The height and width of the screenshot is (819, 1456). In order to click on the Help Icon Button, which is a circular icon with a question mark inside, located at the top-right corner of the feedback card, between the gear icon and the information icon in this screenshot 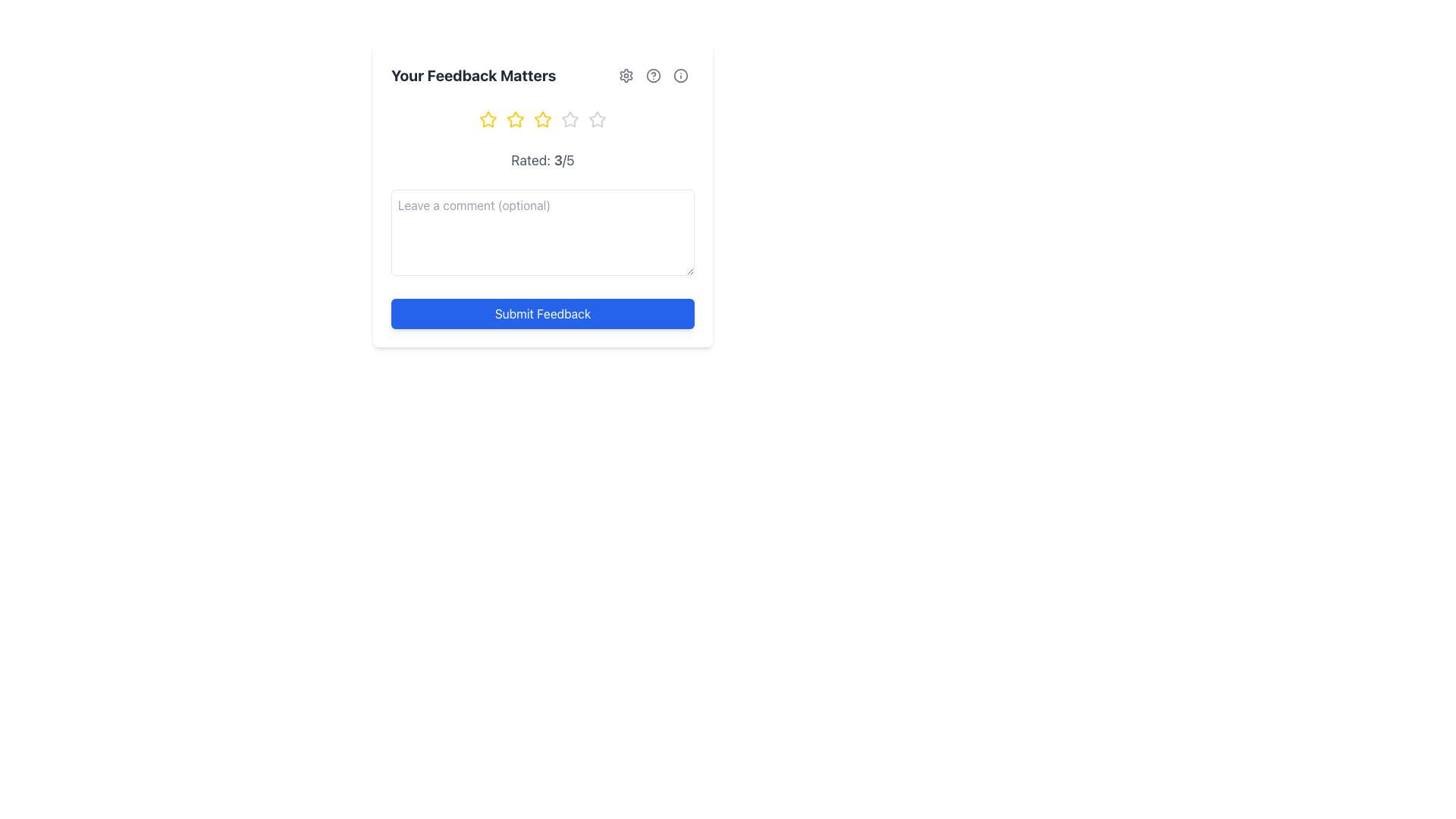, I will do `click(654, 76)`.